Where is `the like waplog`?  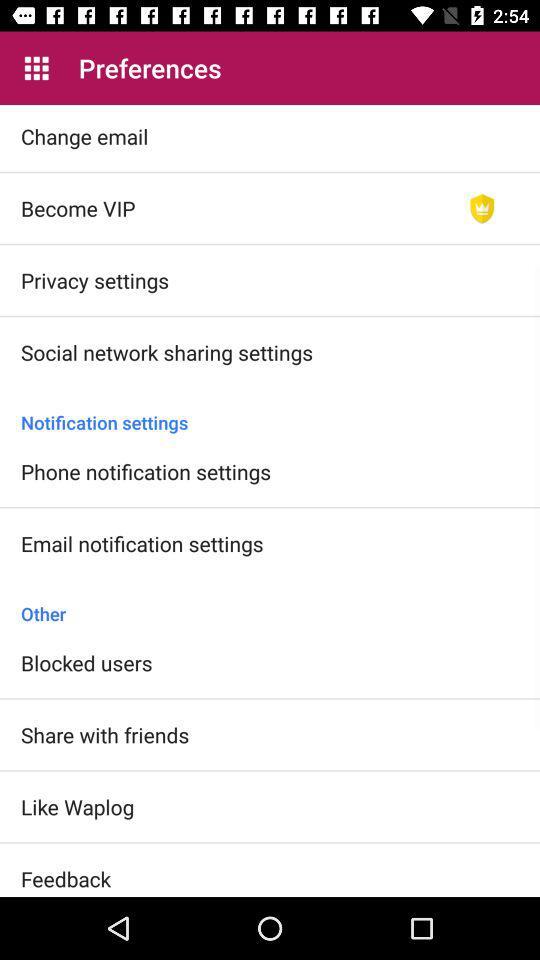 the like waplog is located at coordinates (76, 806).